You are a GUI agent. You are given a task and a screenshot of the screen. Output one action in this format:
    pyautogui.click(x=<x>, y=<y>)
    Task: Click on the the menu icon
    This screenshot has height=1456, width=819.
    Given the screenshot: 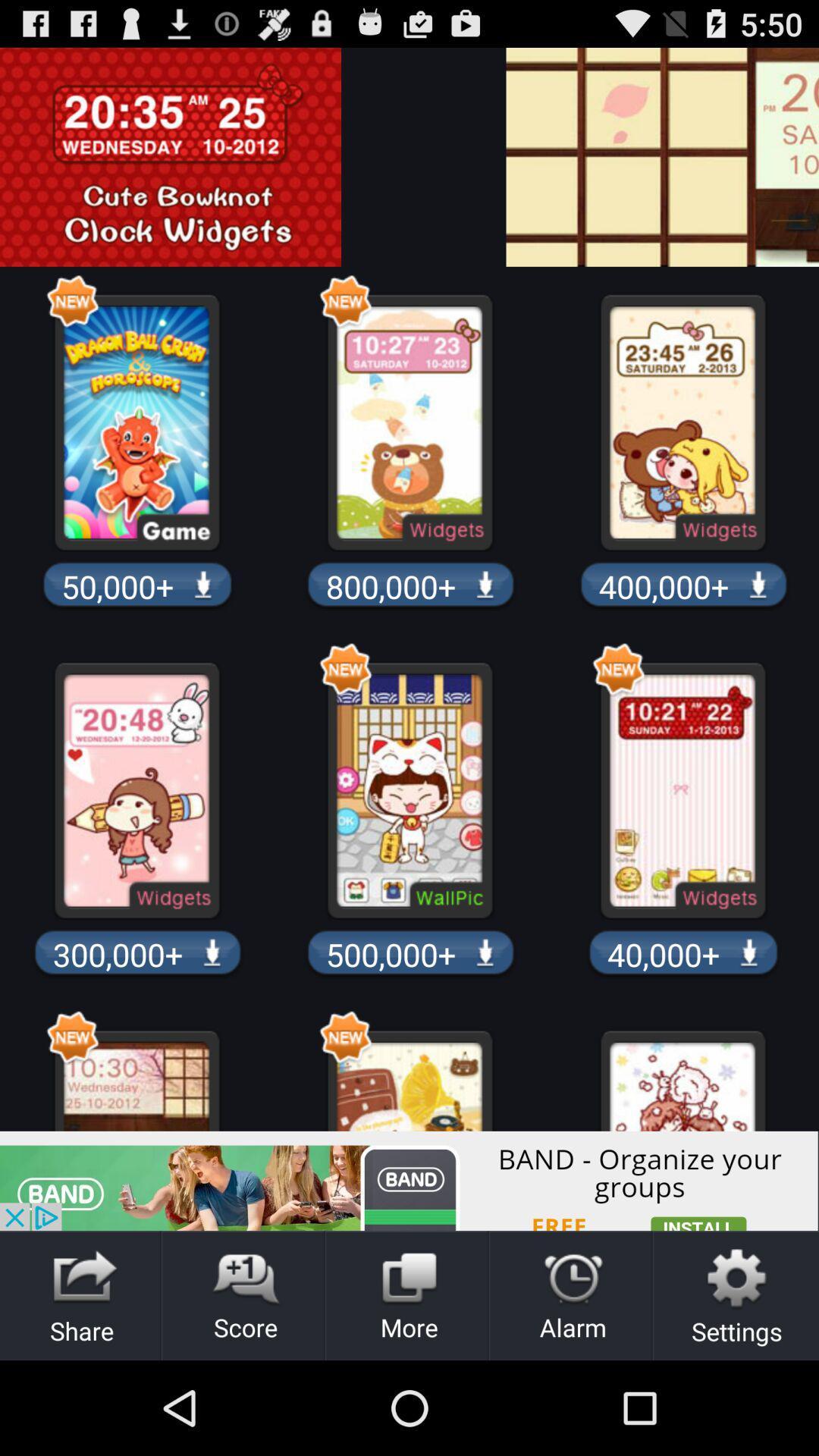 What is the action you would take?
    pyautogui.click(x=807, y=168)
    